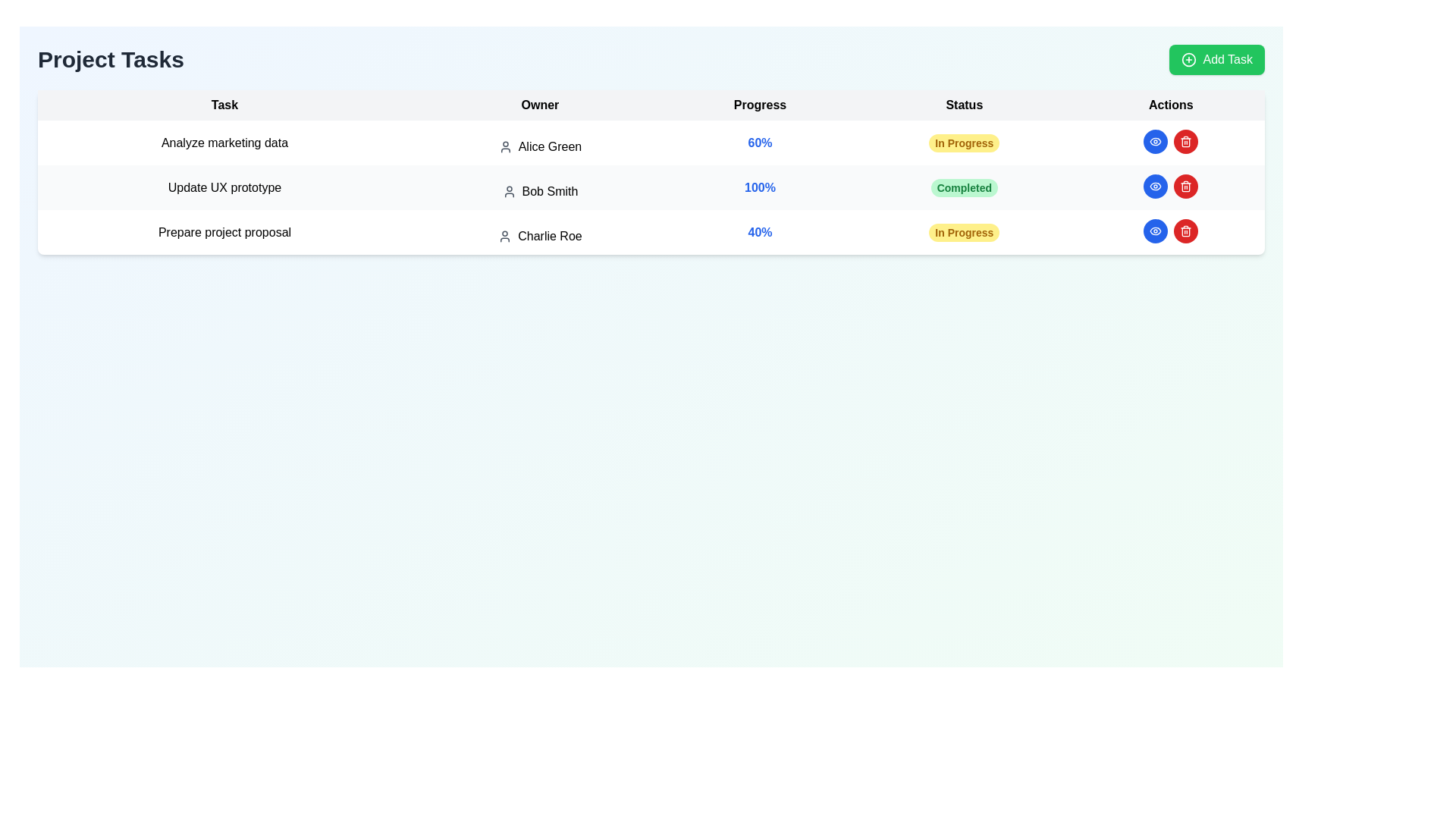 The image size is (1456, 819). What do you see at coordinates (1170, 186) in the screenshot?
I see `the blue button in the Actions column for the task 'Update UX prototype' owned by 'Bob Smith'` at bounding box center [1170, 186].